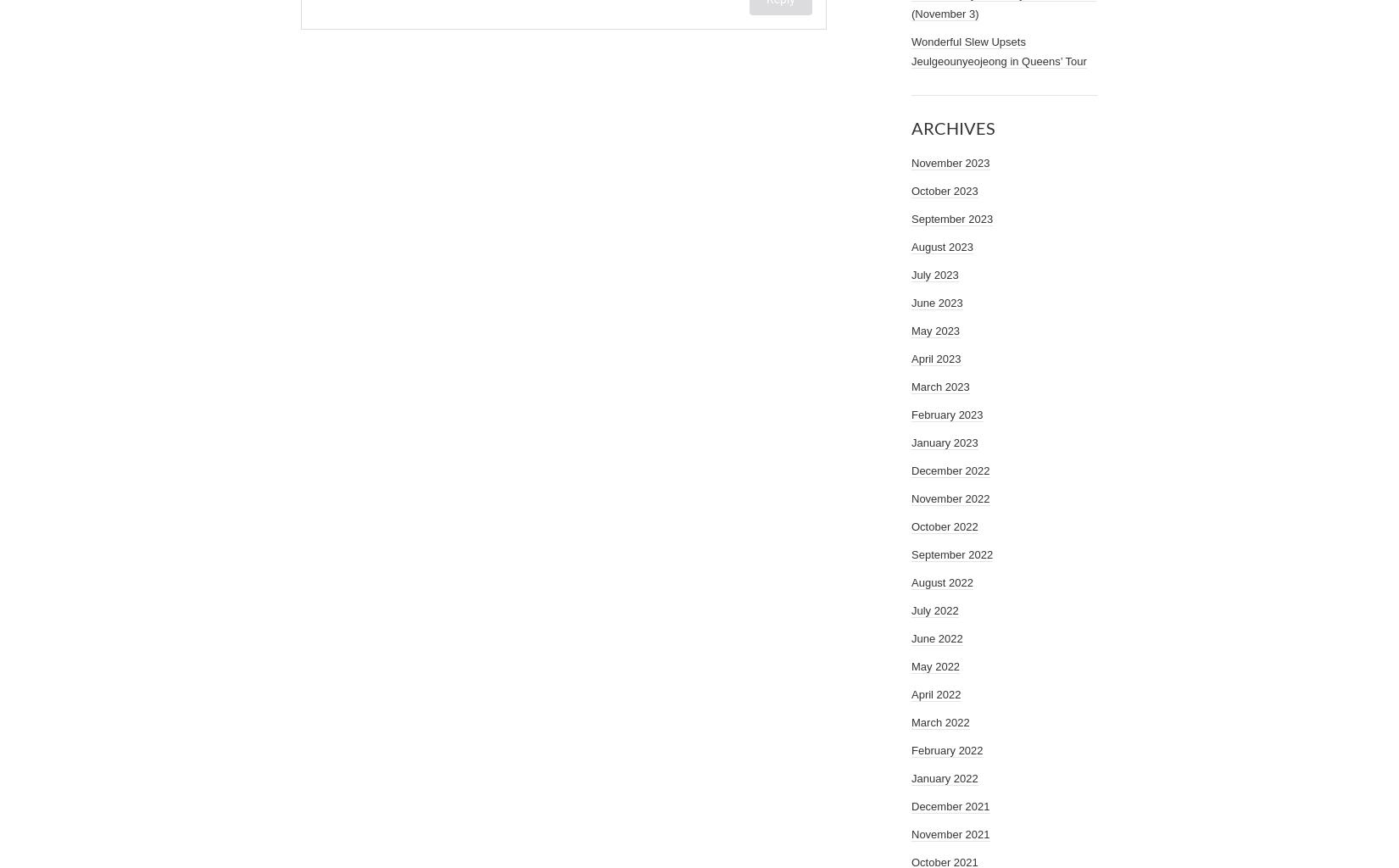 Image resolution: width=1399 pixels, height=868 pixels. I want to click on 'January 2023', so click(945, 442).